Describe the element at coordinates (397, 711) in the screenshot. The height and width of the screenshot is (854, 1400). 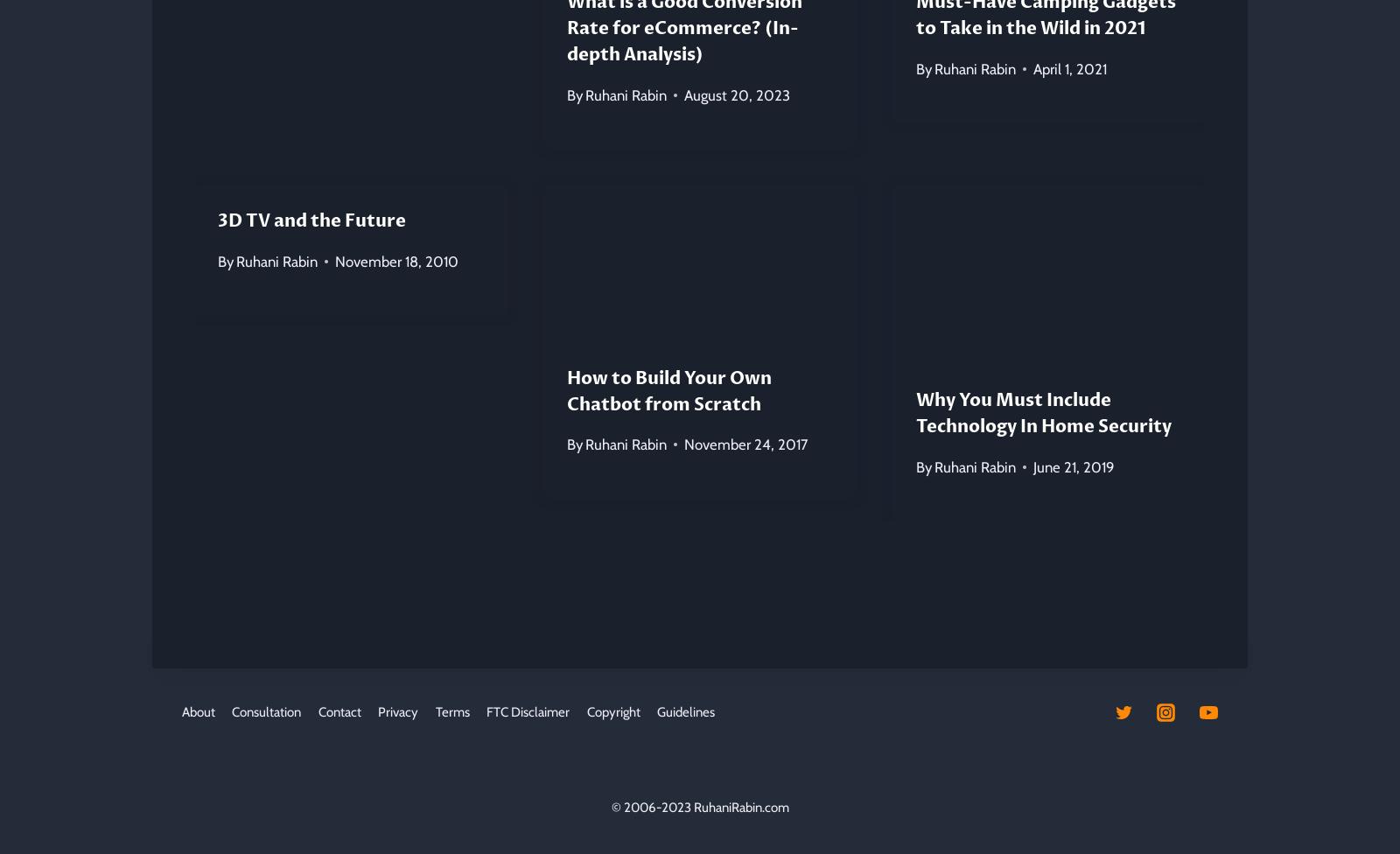
I see `'Privacy'` at that location.